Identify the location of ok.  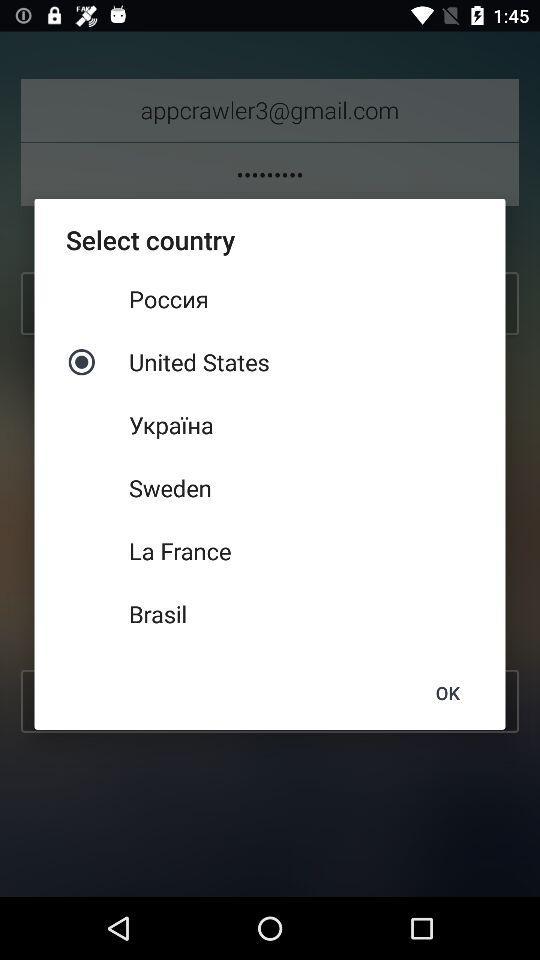
(447, 693).